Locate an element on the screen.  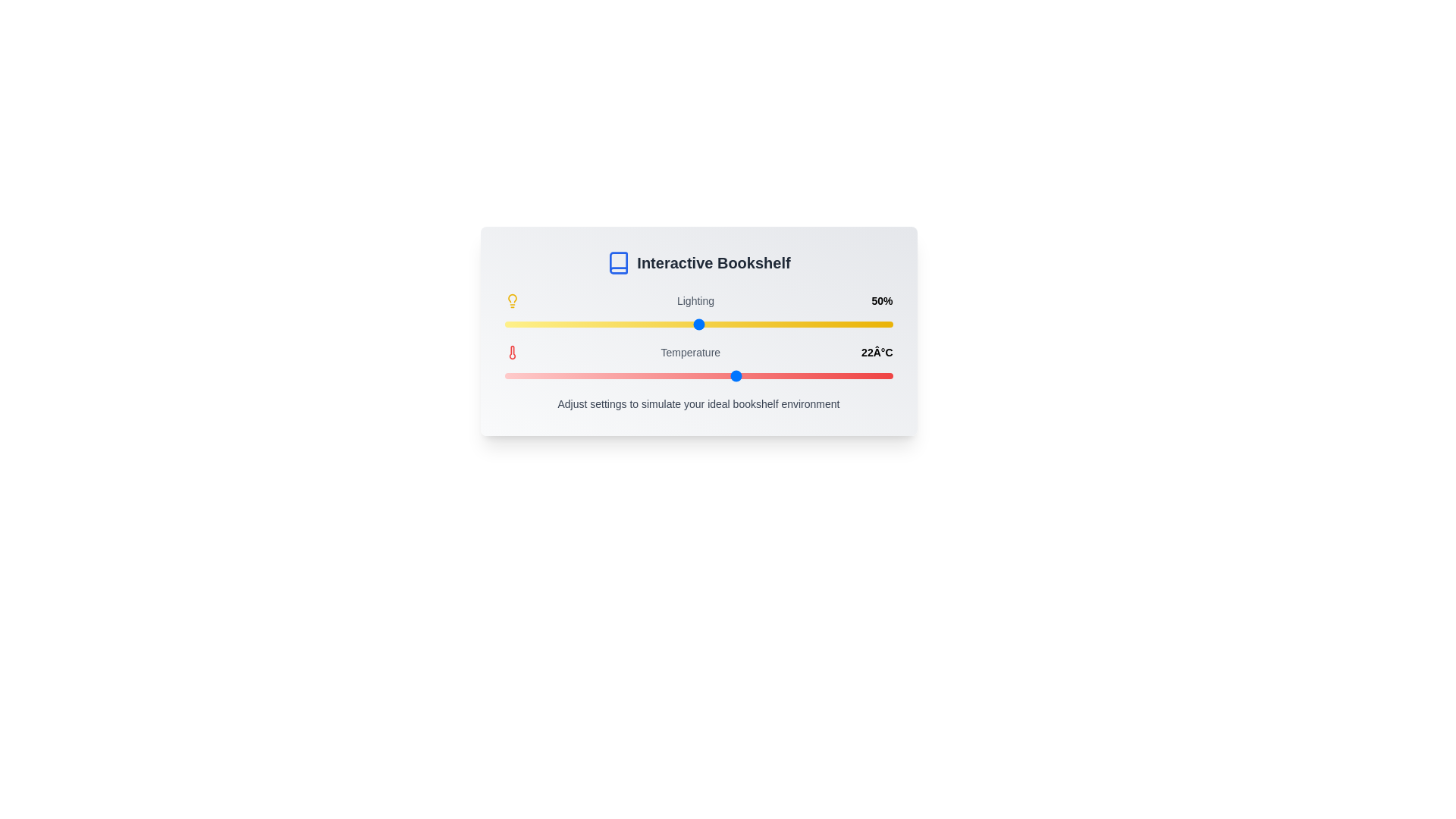
the lighting slider to 20% is located at coordinates (581, 324).